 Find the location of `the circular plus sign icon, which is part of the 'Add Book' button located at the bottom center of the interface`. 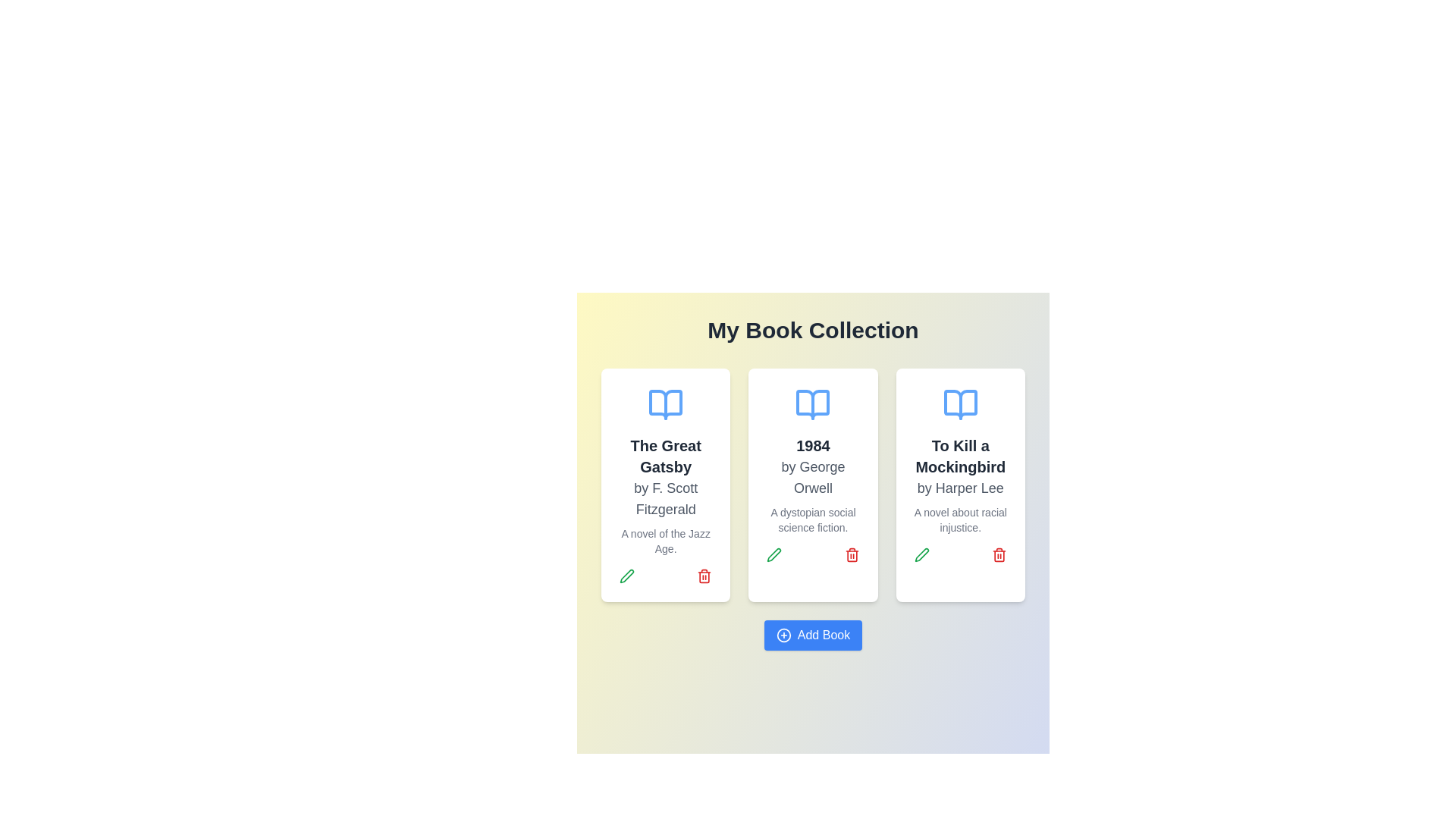

the circular plus sign icon, which is part of the 'Add Book' button located at the bottom center of the interface is located at coordinates (783, 635).